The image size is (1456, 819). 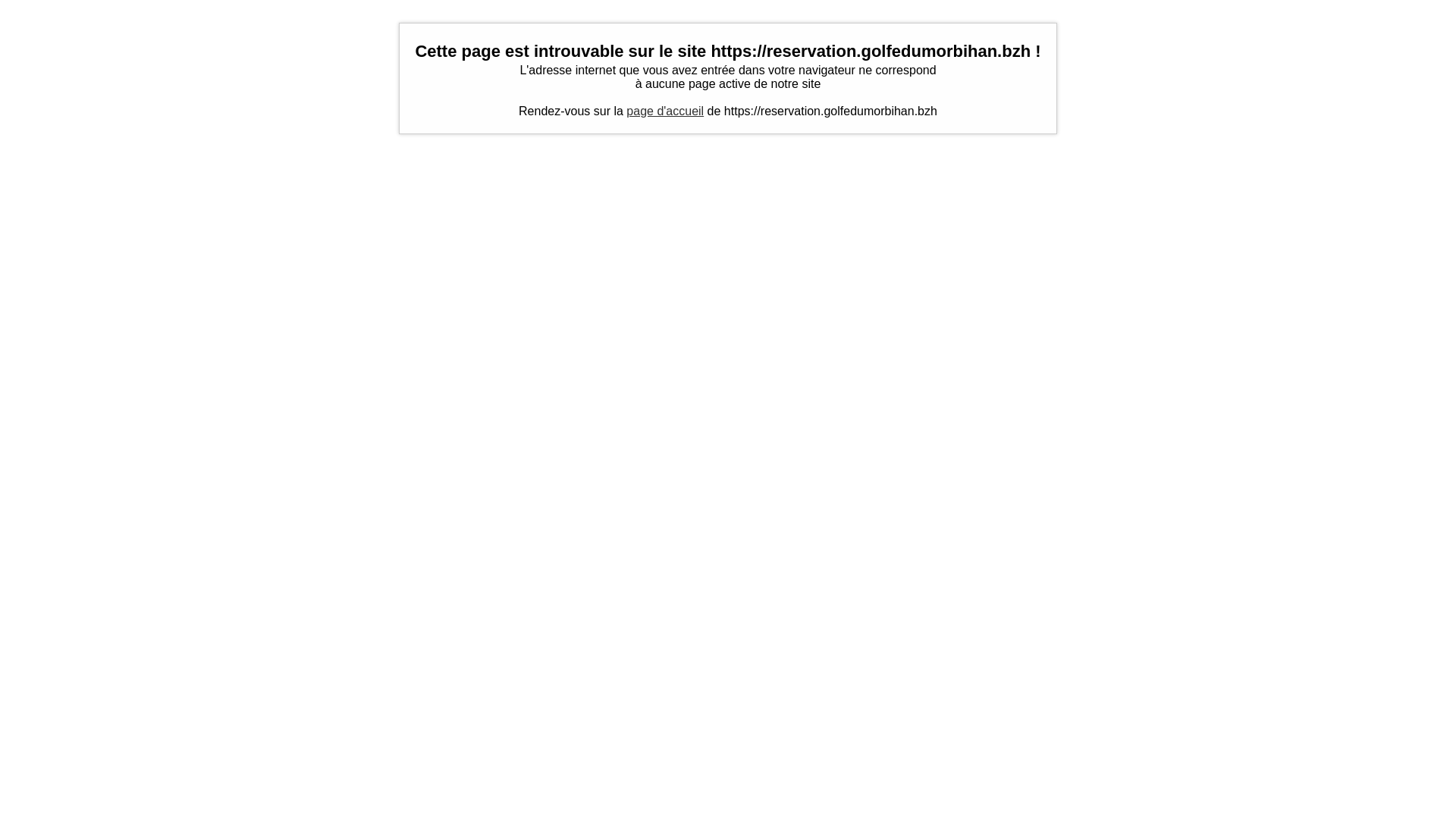 I want to click on 'page d'accueil', so click(x=665, y=110).